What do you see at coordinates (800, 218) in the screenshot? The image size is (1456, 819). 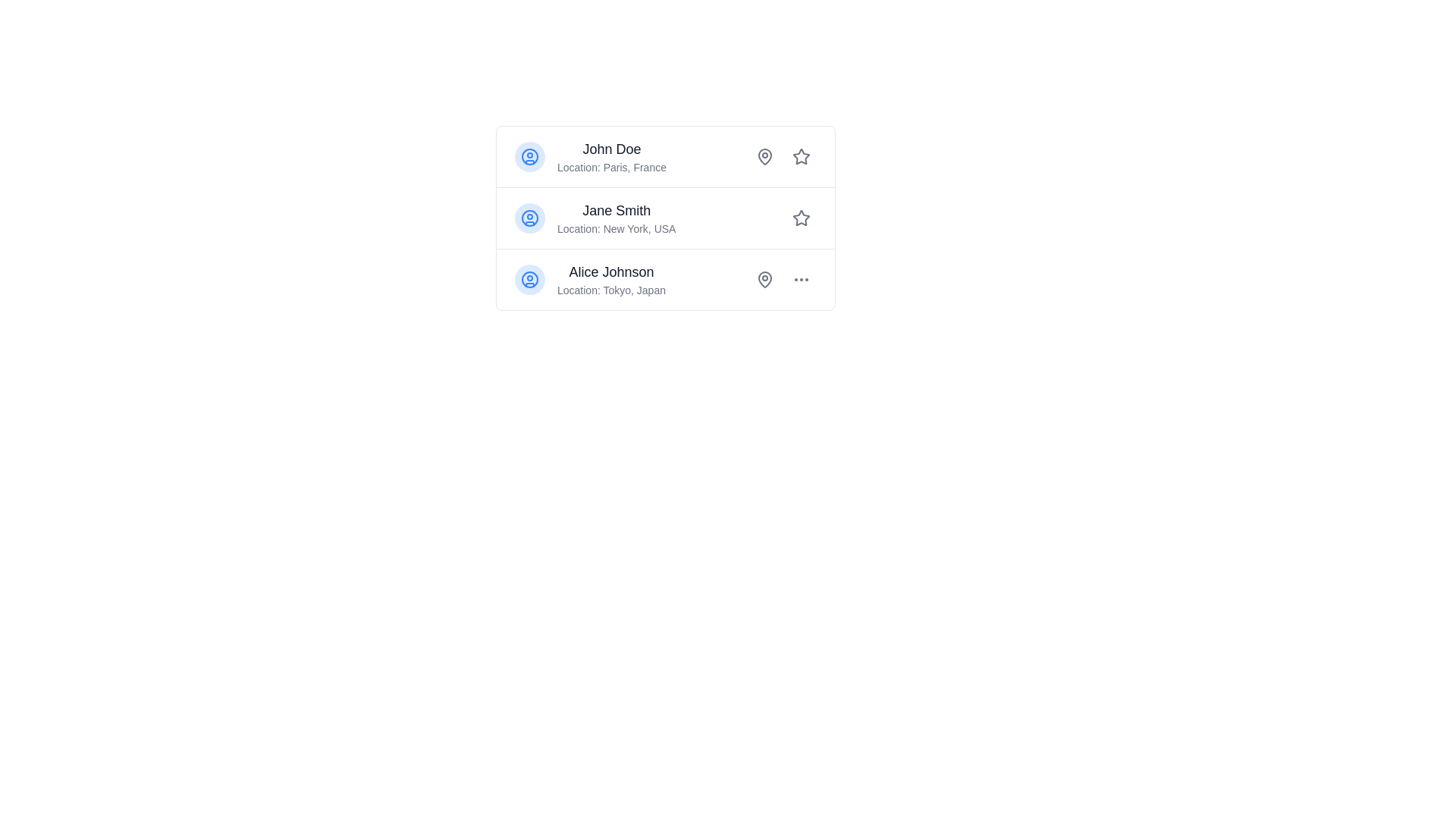 I see `the star-shaped icon located on the right side of the row containing 'Jane Smith Location: New York, USA'` at bounding box center [800, 218].